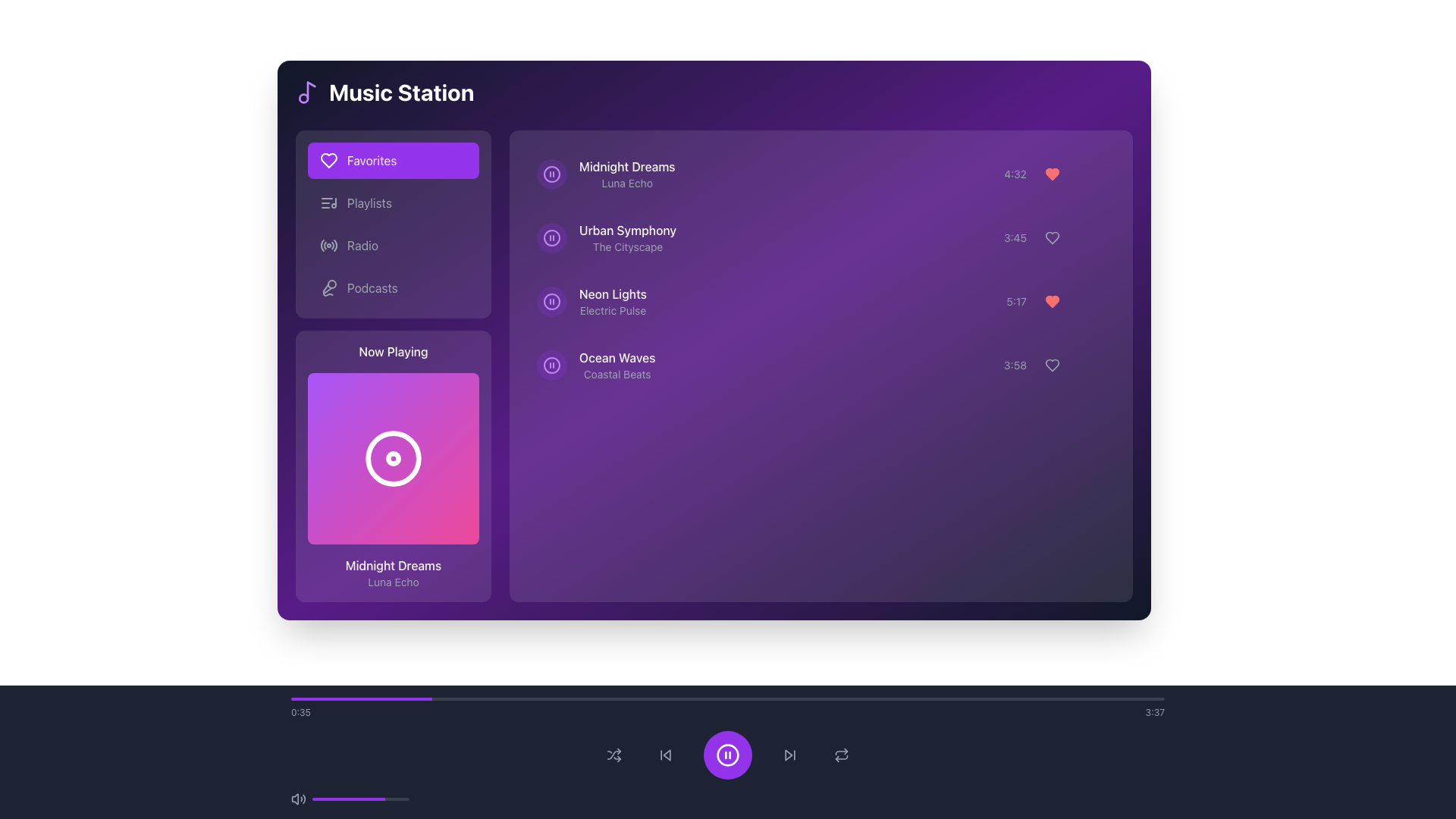  What do you see at coordinates (613, 301) in the screenshot?
I see `the Text label displaying the title and artist of a song in the playlist, located in the third row of the vertical list in the right-hand content panel` at bounding box center [613, 301].